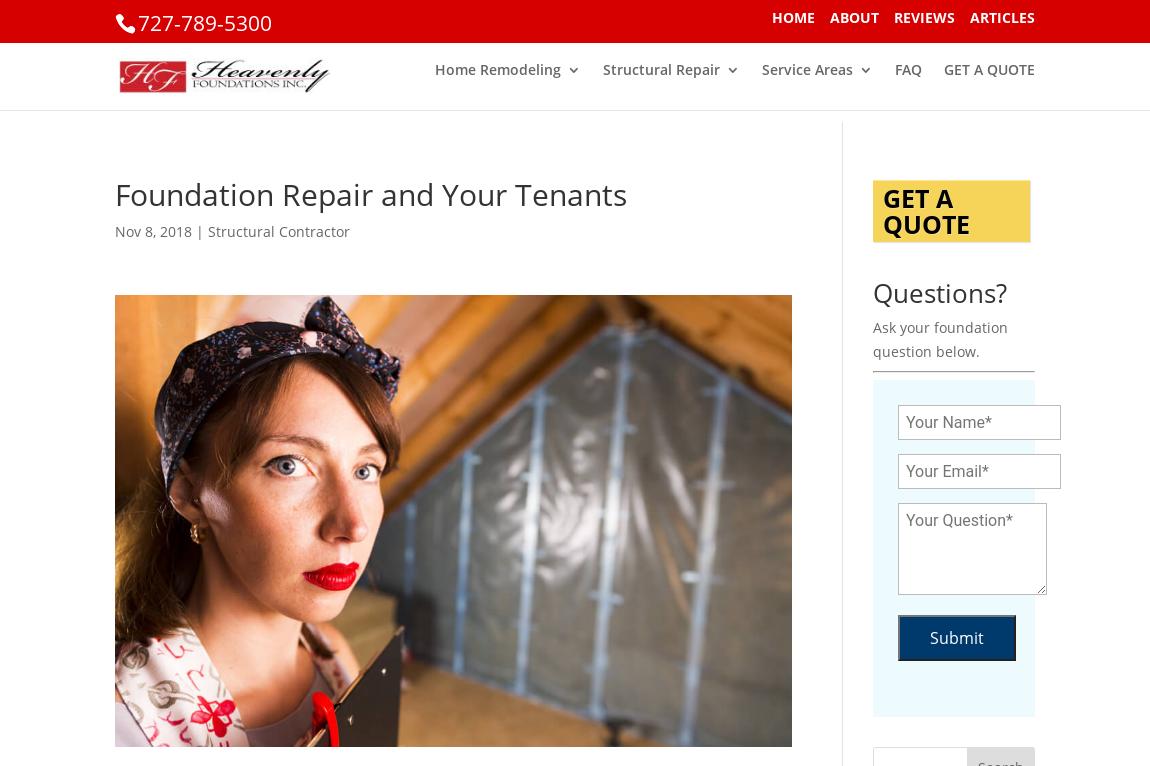  I want to click on 'Types of Damage to Stilts or Pilings', so click(882, 542).